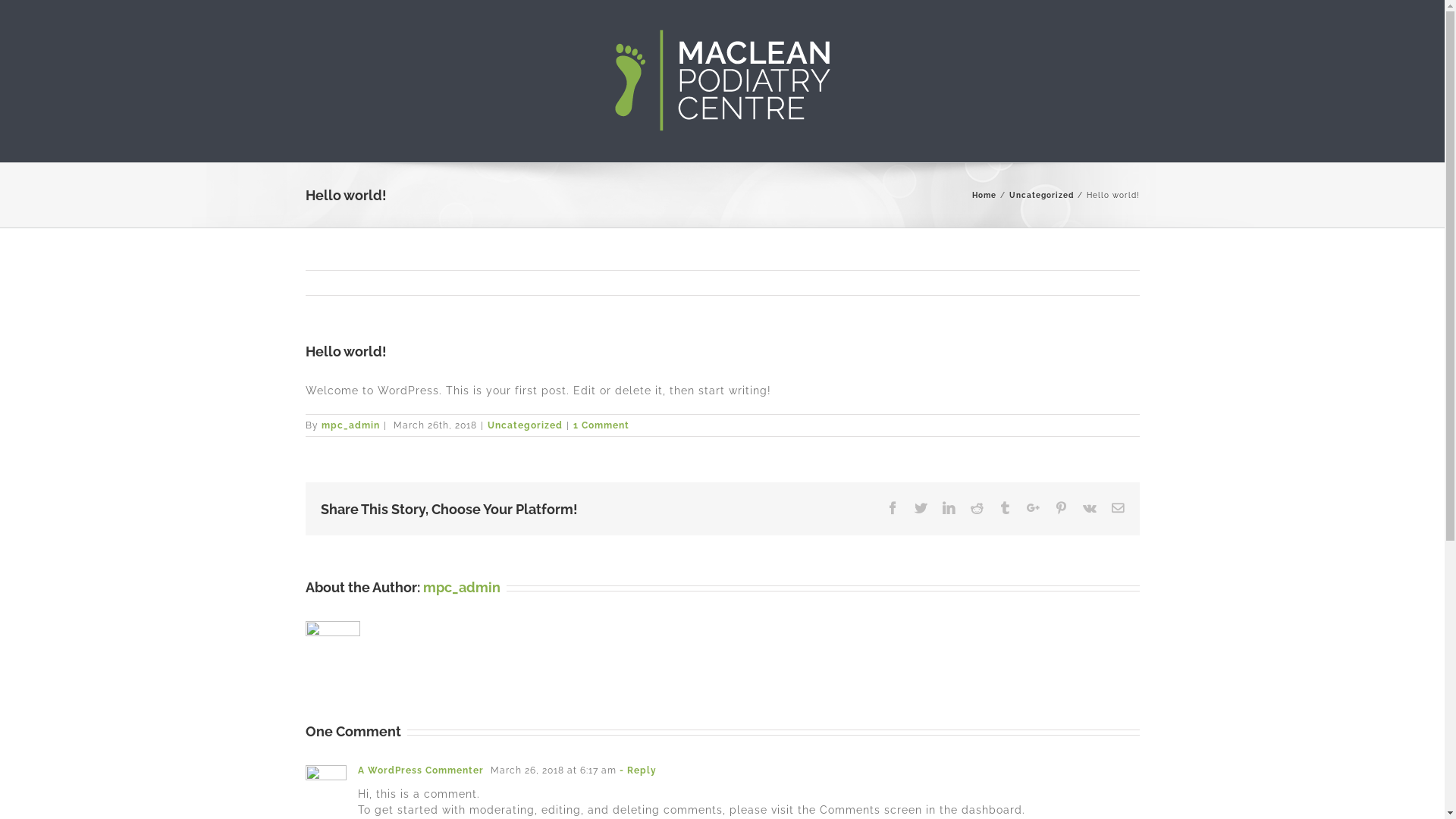  I want to click on 'Tumblr', so click(1004, 508).